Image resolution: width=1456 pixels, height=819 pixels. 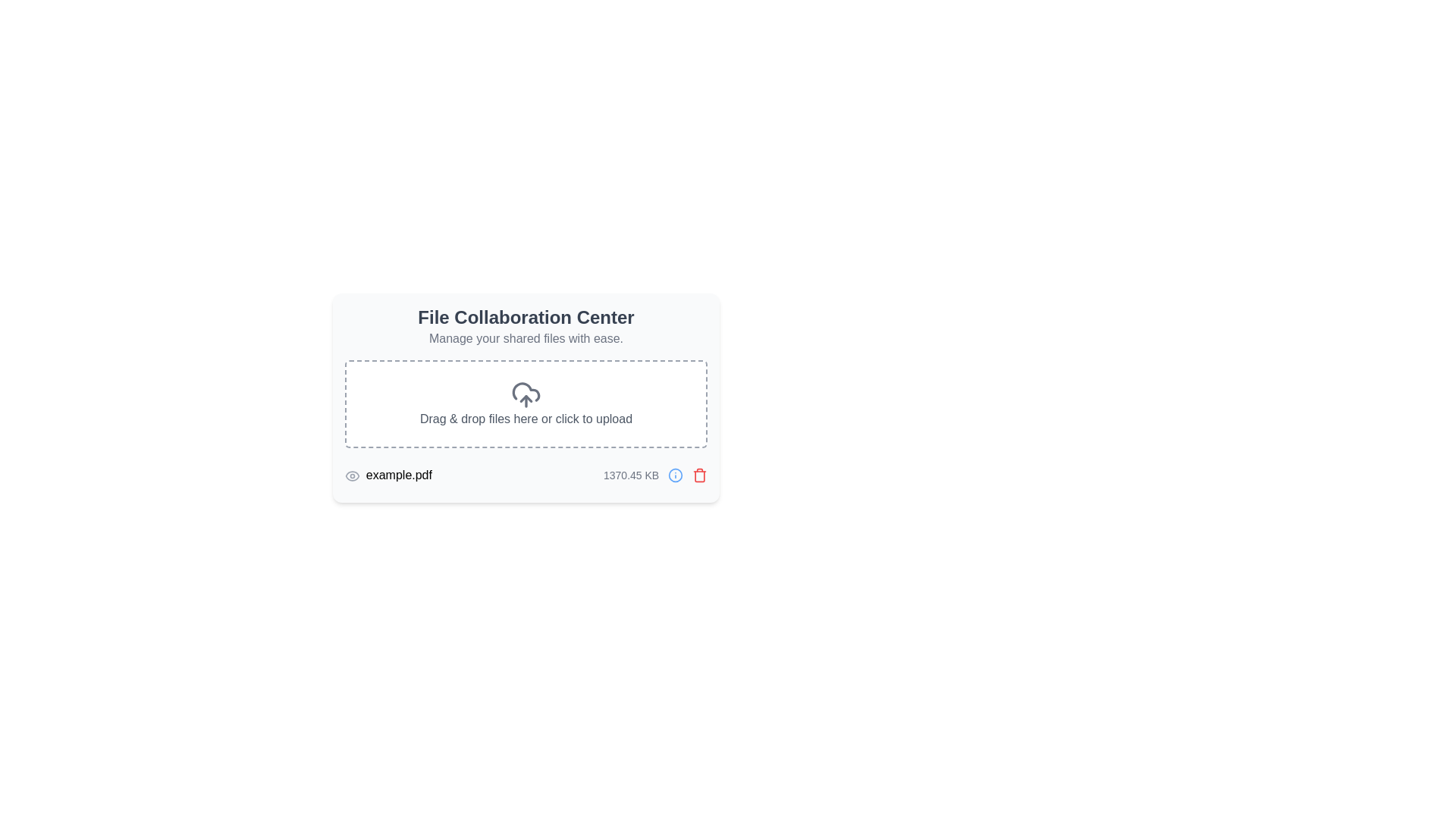 I want to click on the preview icon representing the file 'example.pdf', located to the left of the associated text in the list item, so click(x=351, y=475).